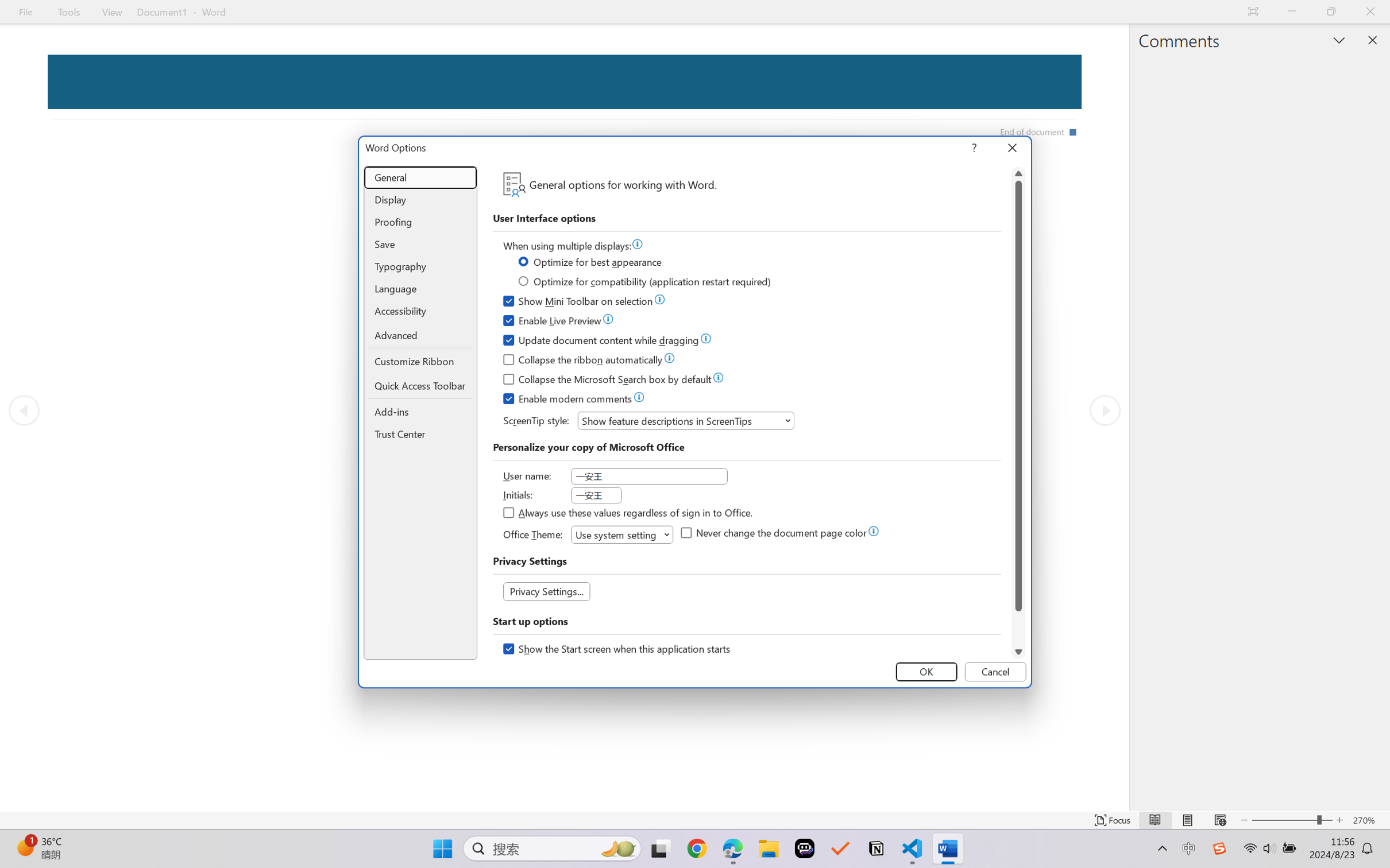 The height and width of the screenshot is (868, 1390). What do you see at coordinates (420, 336) in the screenshot?
I see `'Advanced'` at bounding box center [420, 336].